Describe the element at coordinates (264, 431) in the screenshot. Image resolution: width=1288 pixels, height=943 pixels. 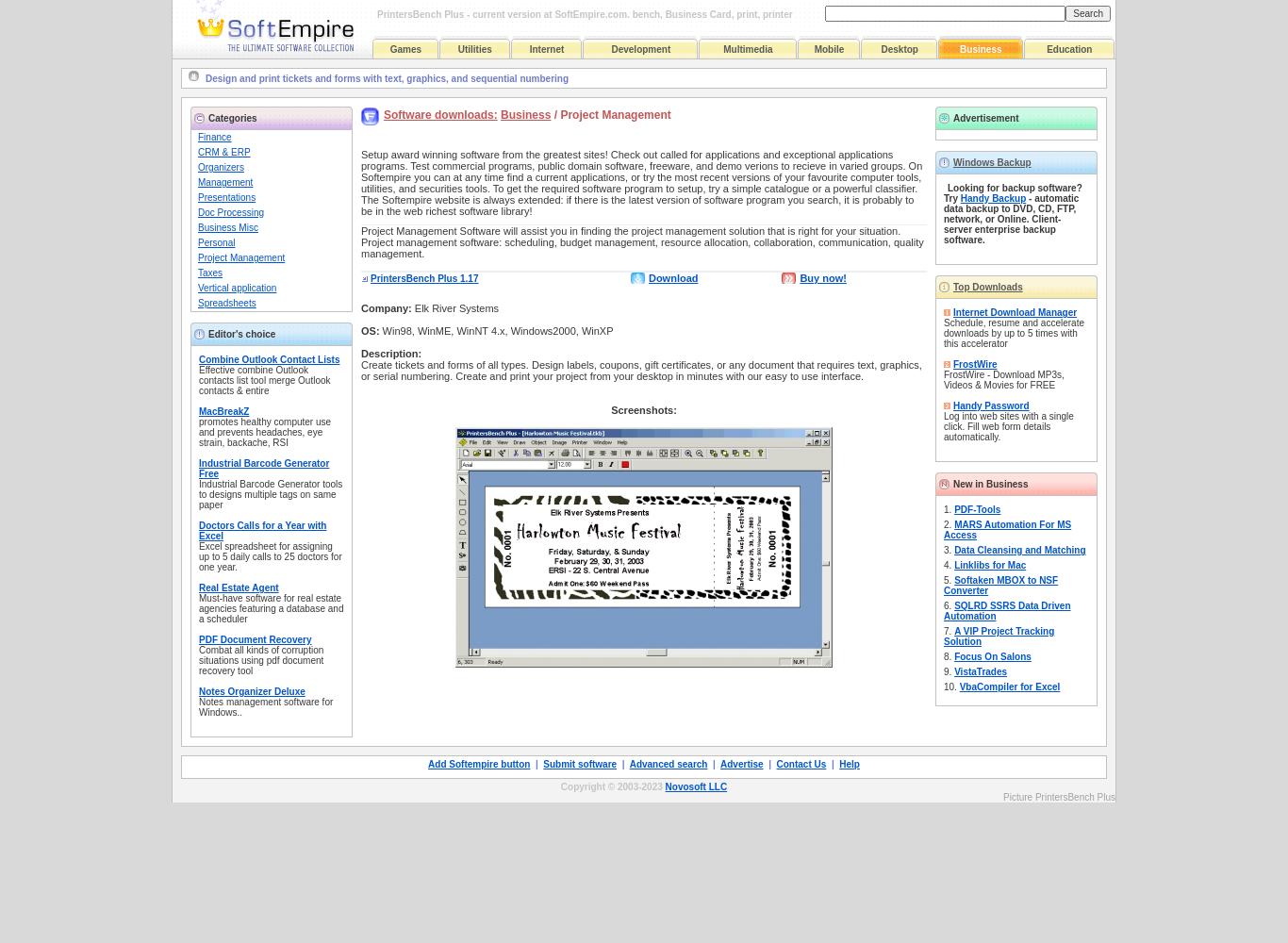
I see `'promotes healthy computer use and prevents headaches,  eye strain,  backache,  RSI'` at that location.